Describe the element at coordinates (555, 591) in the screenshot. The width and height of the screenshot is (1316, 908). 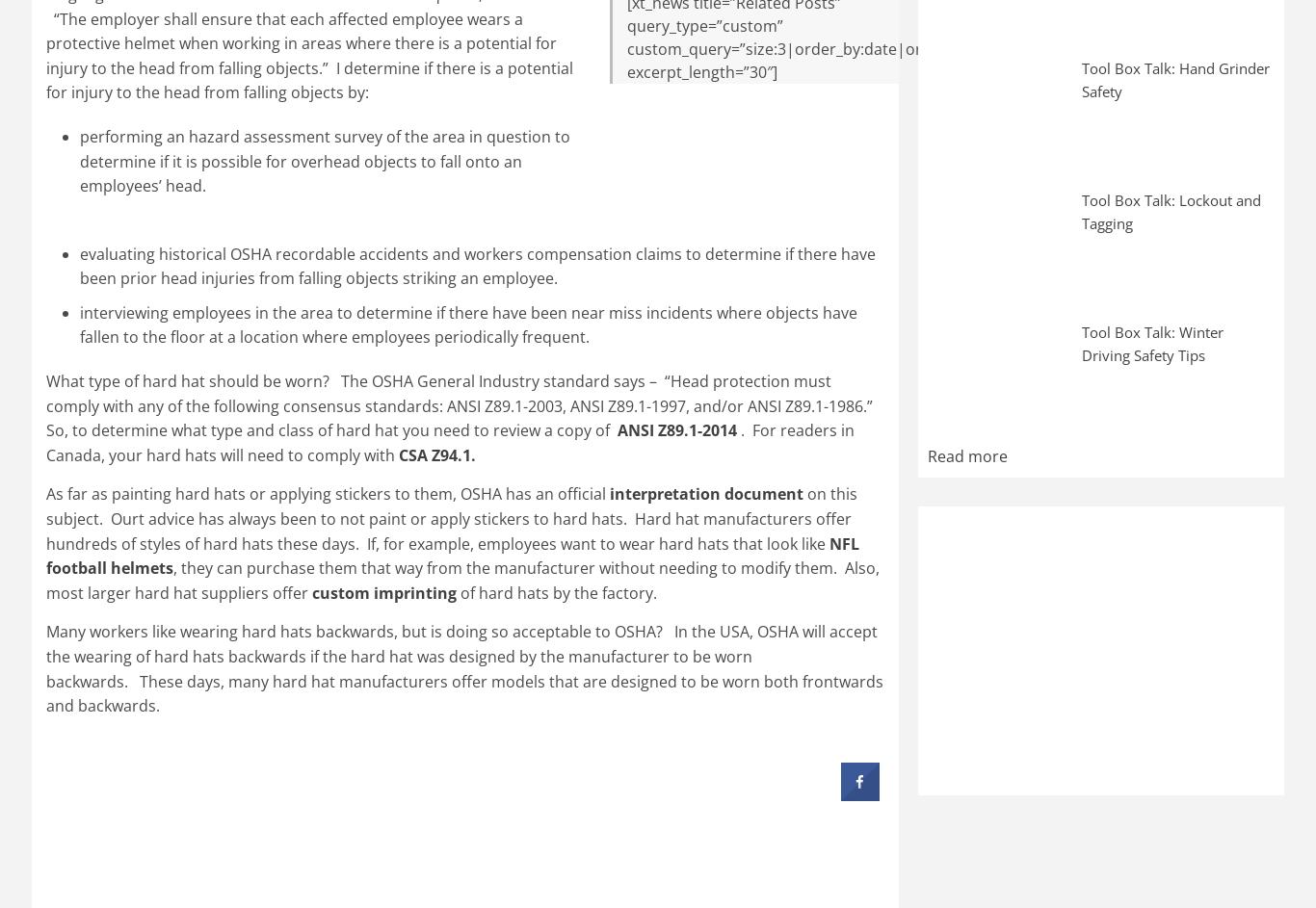
I see `'of hard hats by the factory.'` at that location.